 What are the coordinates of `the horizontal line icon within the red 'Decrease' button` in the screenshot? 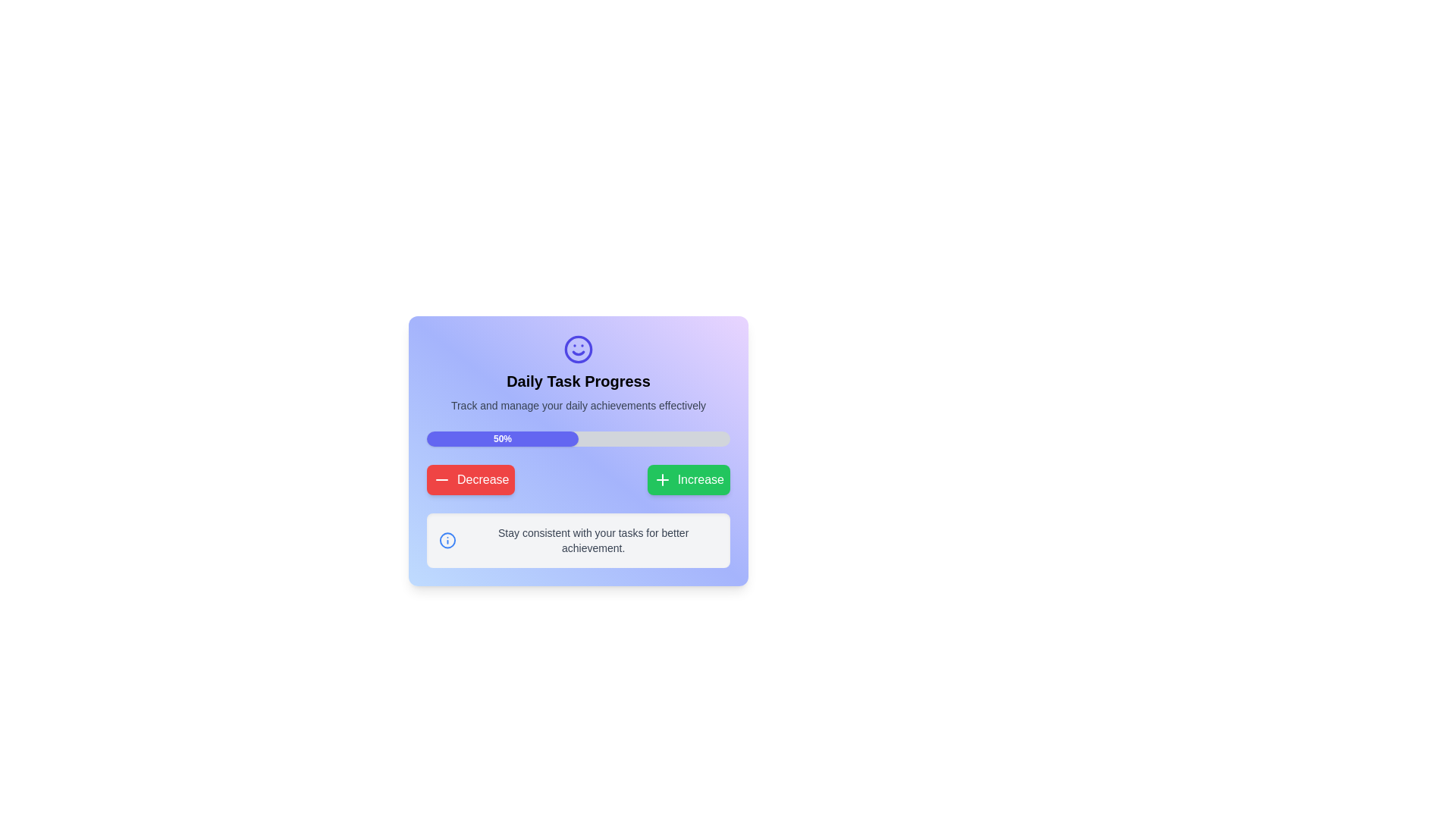 It's located at (441, 479).